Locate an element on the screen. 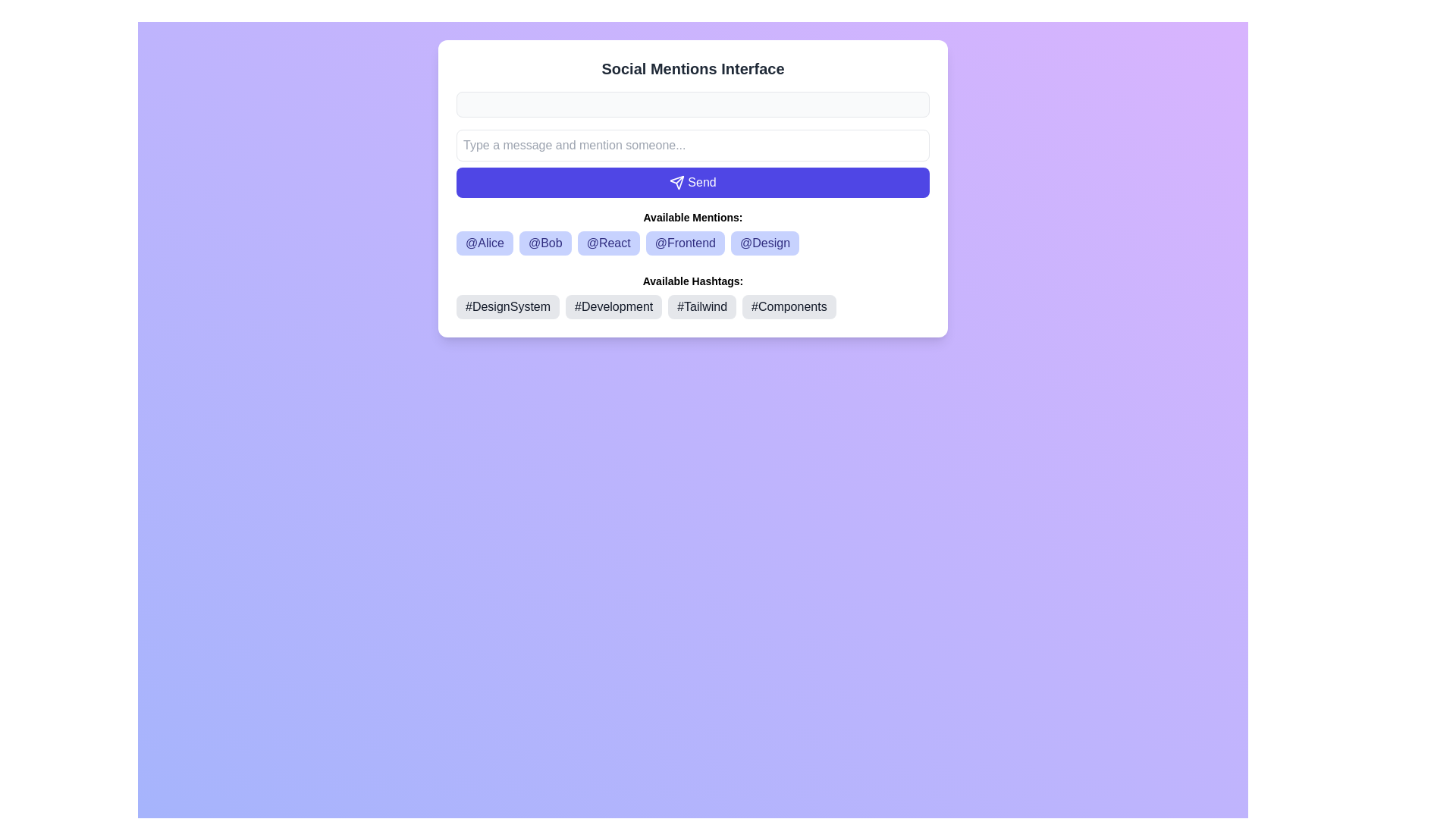  the second tag button labeled '#Development' is located at coordinates (613, 307).